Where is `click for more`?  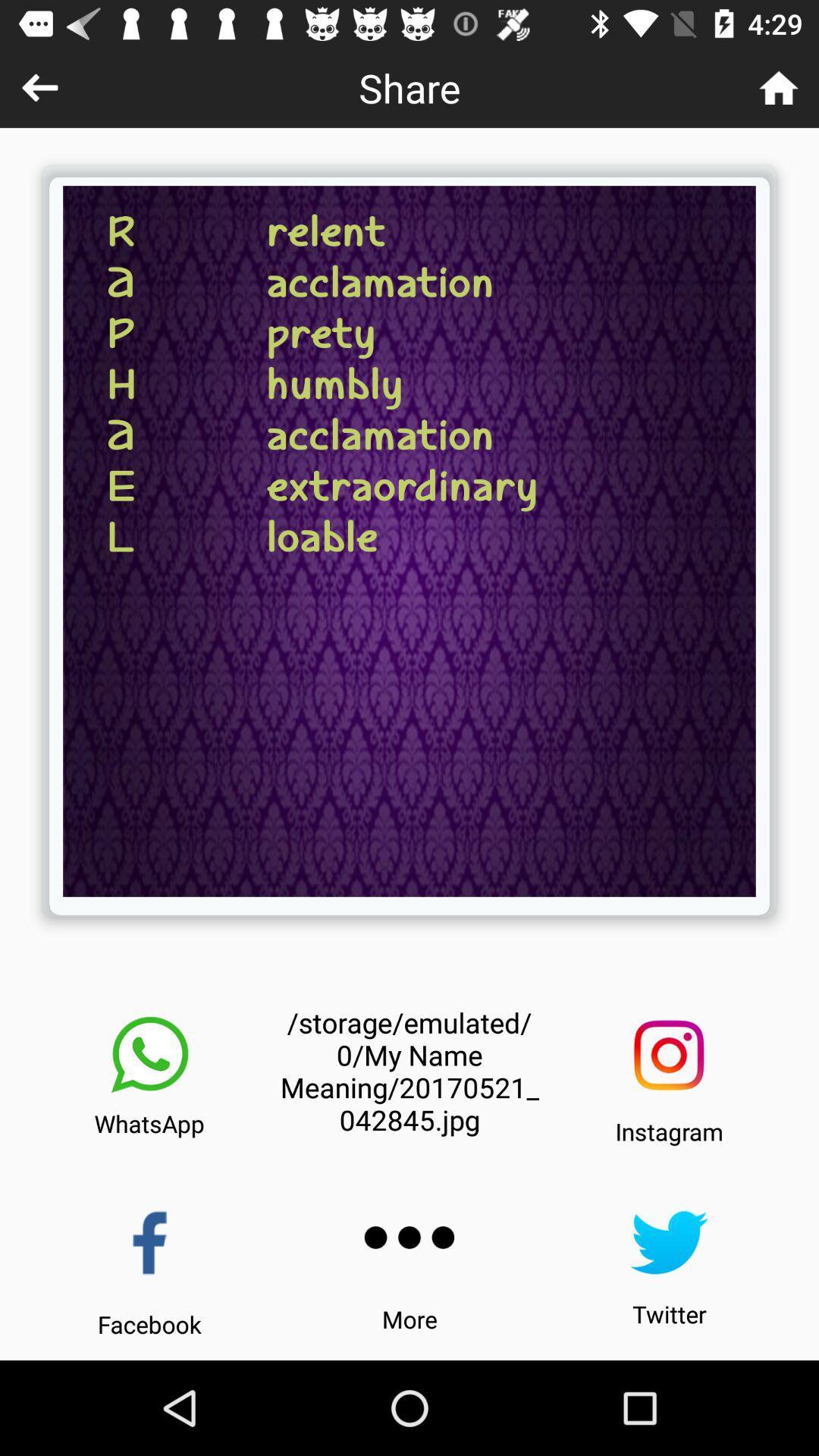 click for more is located at coordinates (409, 1238).